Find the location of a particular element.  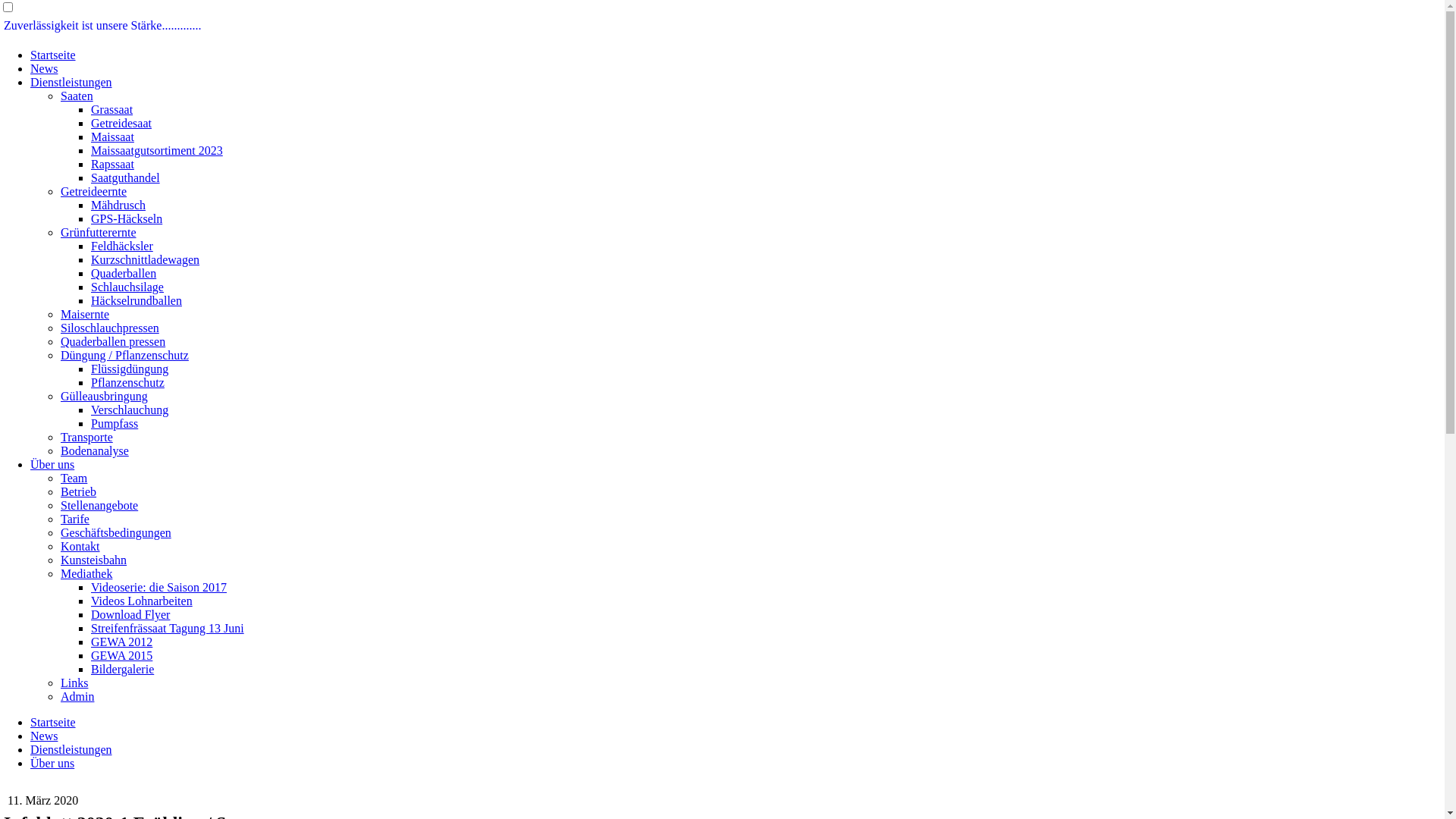

'Videos Lohnarbeiten' is located at coordinates (142, 600).